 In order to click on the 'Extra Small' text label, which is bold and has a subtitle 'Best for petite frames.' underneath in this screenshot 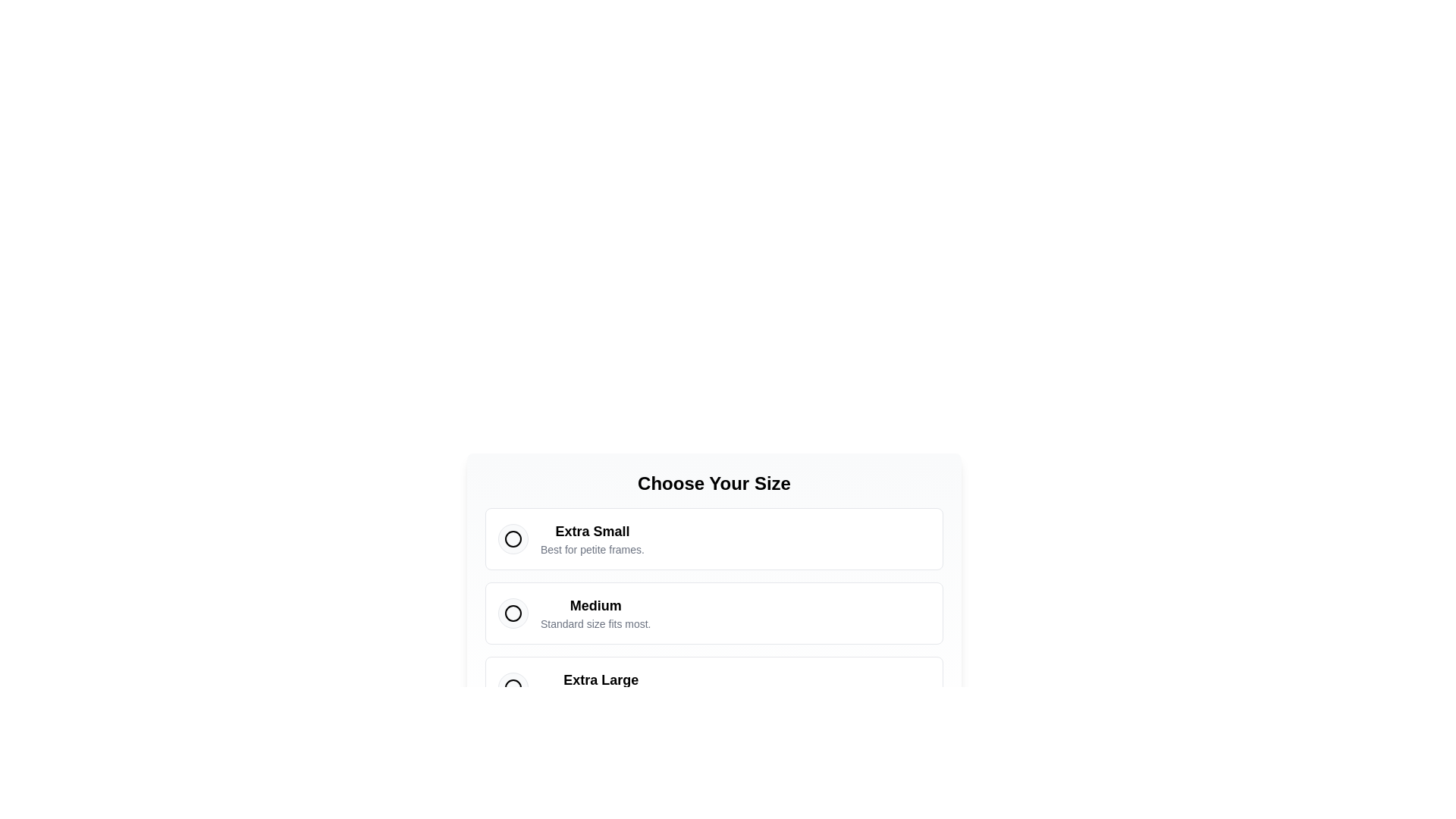, I will do `click(591, 538)`.